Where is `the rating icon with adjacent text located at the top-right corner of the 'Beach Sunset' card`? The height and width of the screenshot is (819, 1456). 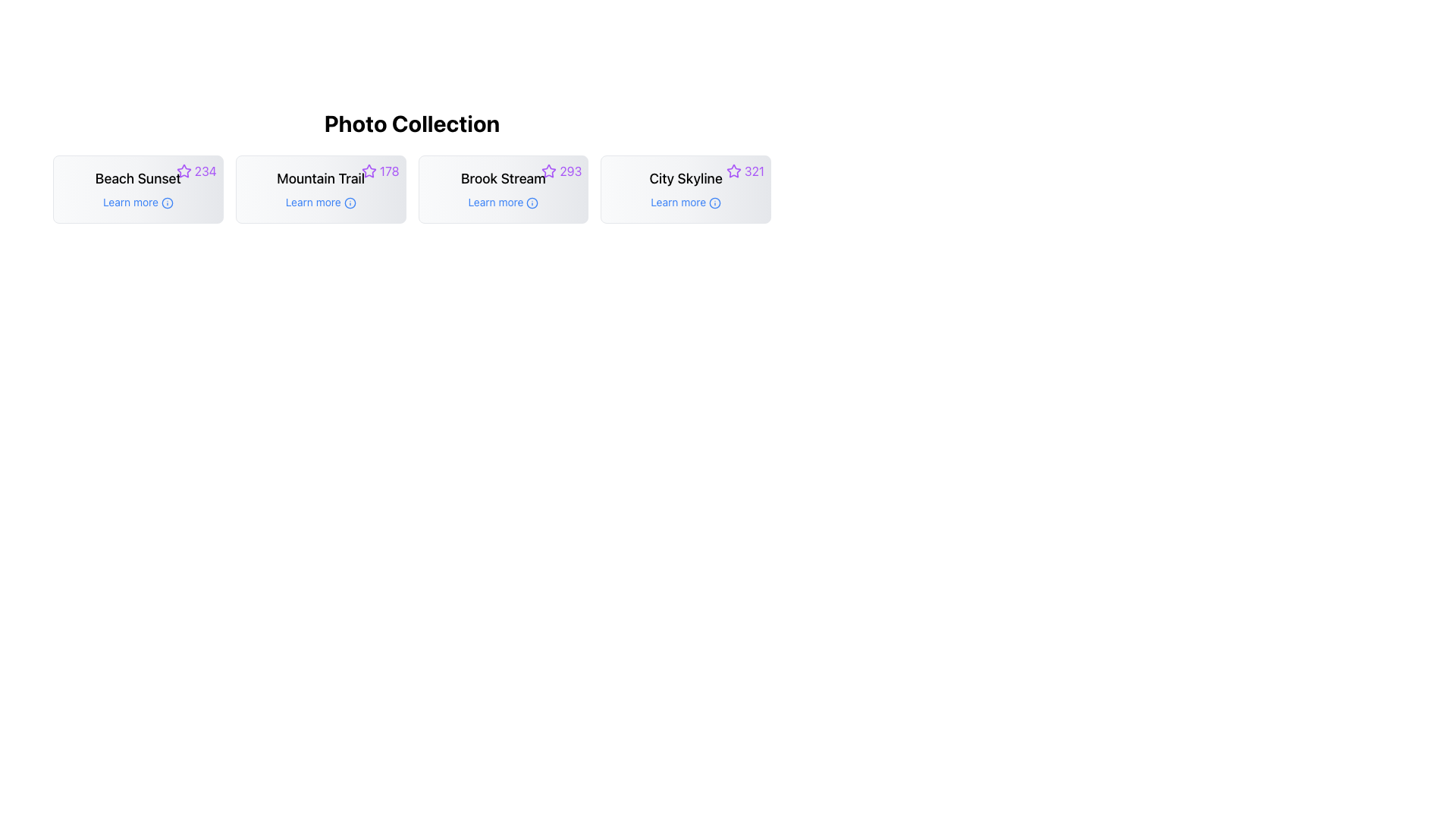
the rating icon with adjacent text located at the top-right corner of the 'Beach Sunset' card is located at coordinates (196, 171).